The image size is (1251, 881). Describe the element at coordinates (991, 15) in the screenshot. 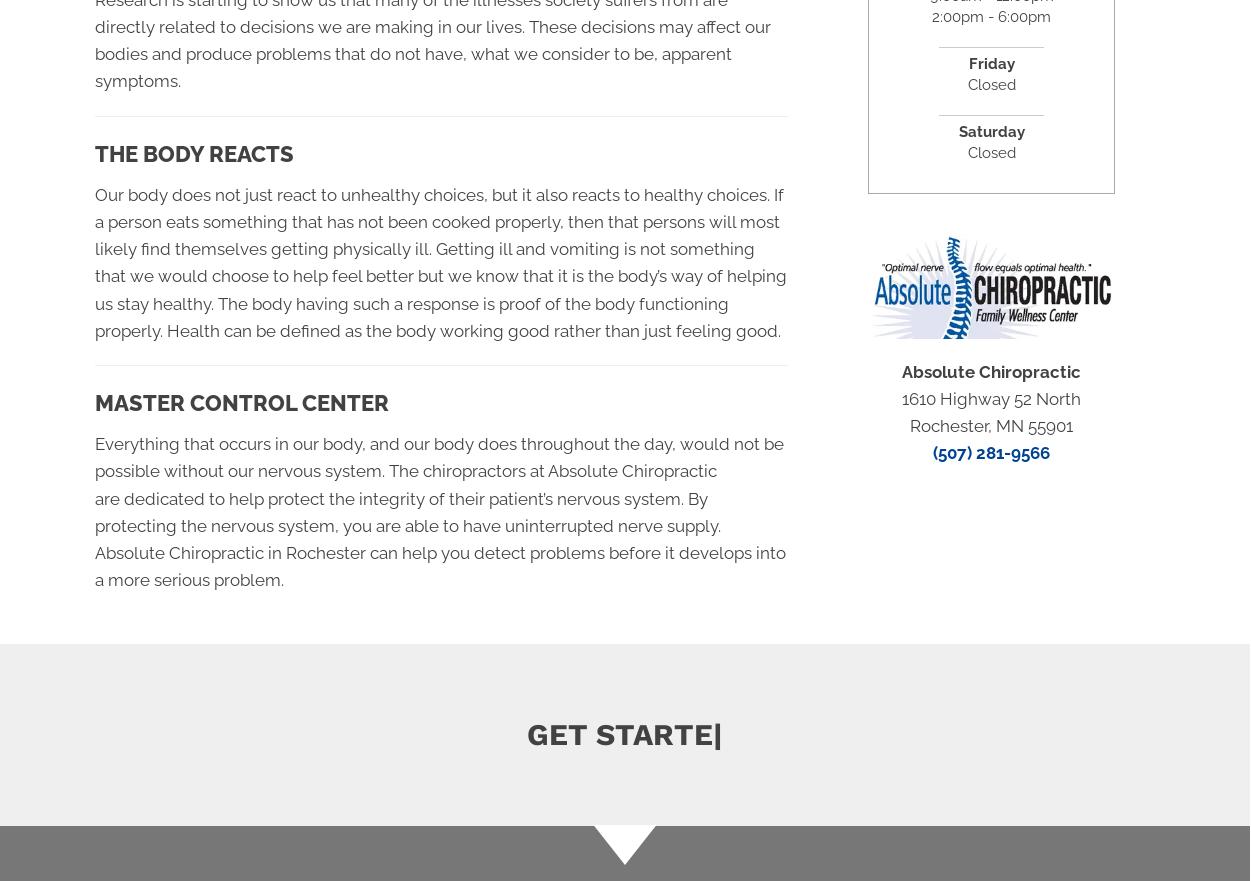

I see `'2:00pm - 6:00pm'` at that location.